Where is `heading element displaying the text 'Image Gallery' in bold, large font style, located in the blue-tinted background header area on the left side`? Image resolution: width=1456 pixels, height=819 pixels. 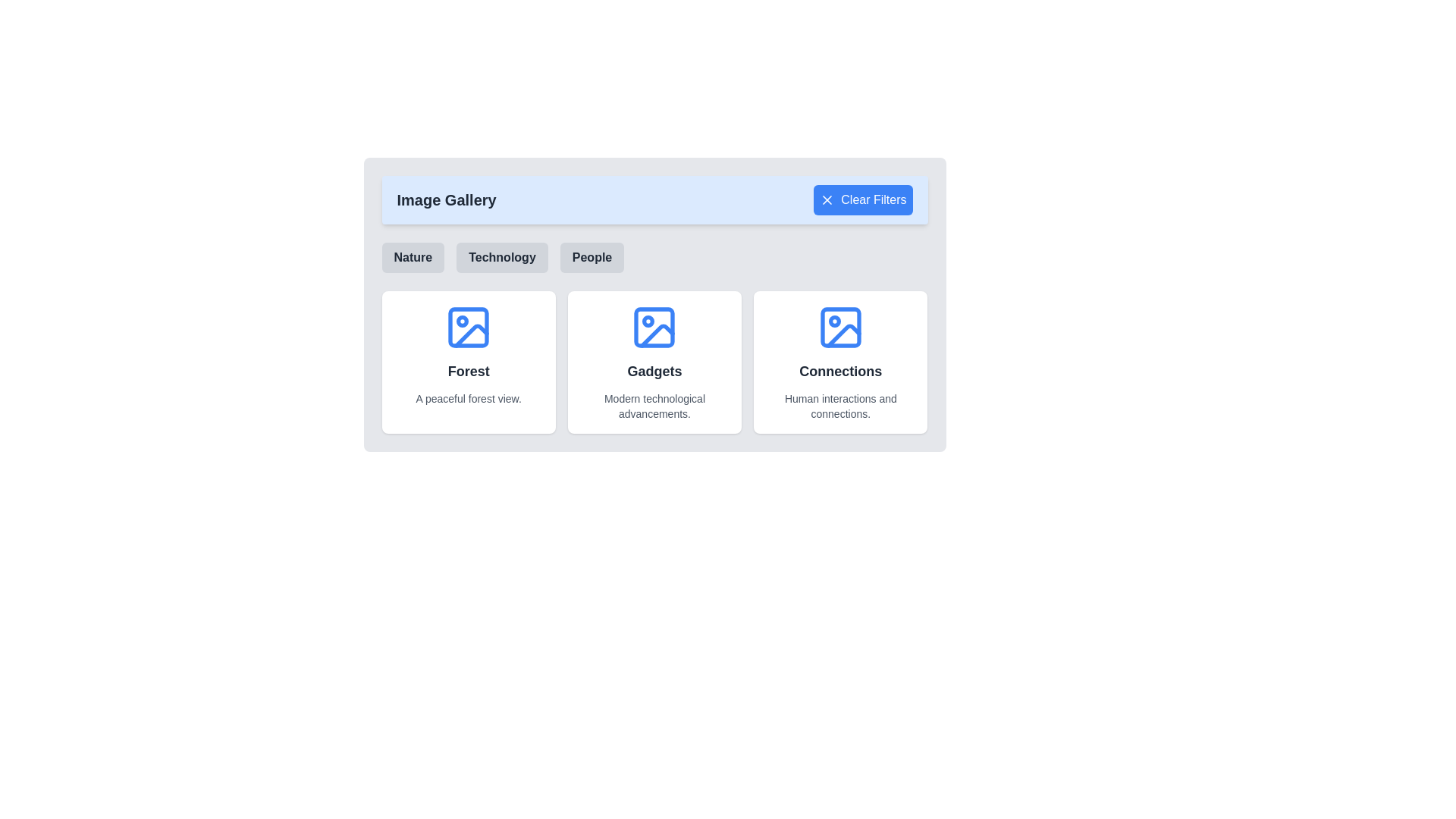 heading element displaying the text 'Image Gallery' in bold, large font style, located in the blue-tinted background header area on the left side is located at coordinates (446, 199).